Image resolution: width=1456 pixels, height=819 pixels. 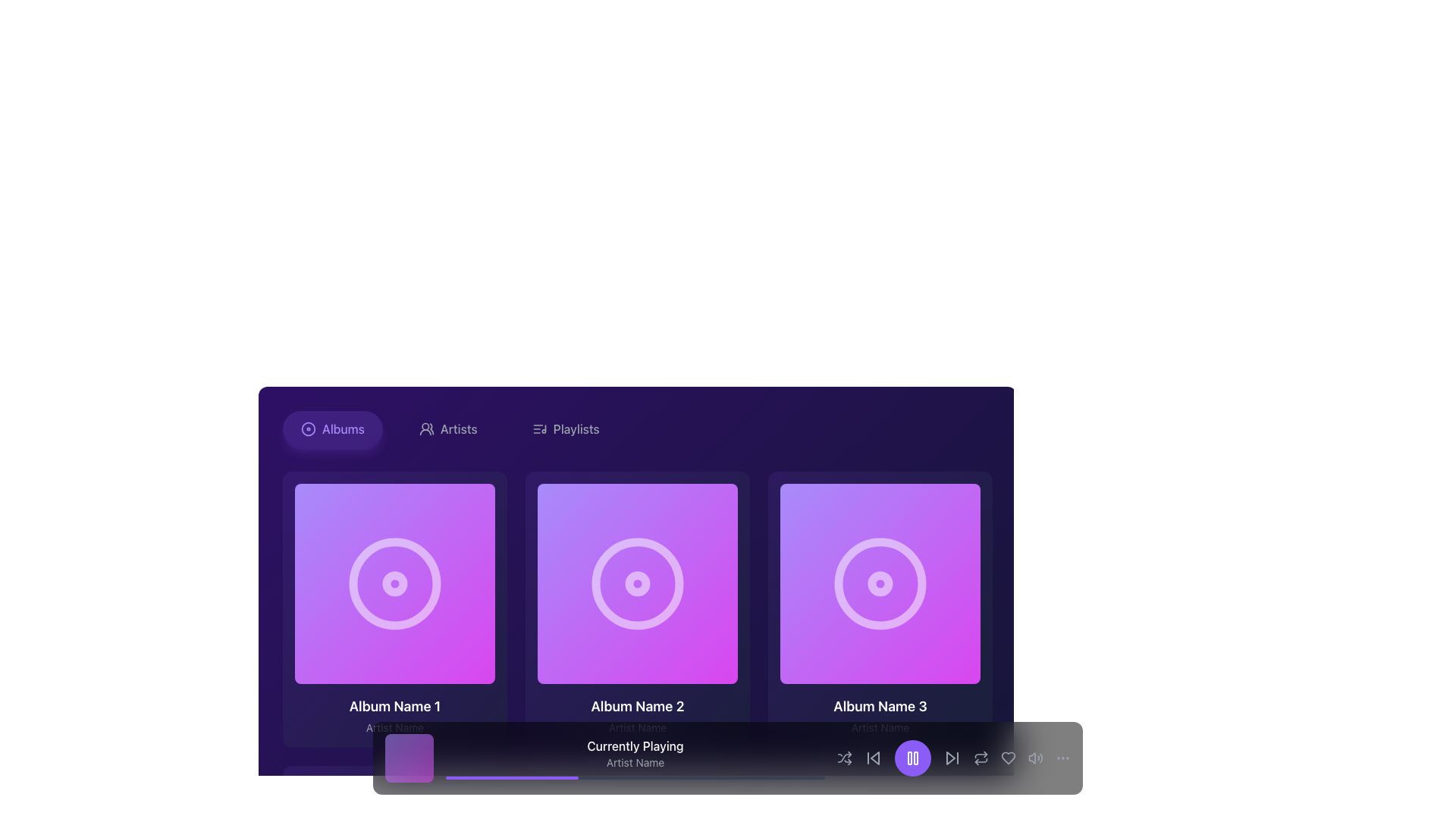 I want to click on the button labeled 'Artists', so click(x=449, y=429).